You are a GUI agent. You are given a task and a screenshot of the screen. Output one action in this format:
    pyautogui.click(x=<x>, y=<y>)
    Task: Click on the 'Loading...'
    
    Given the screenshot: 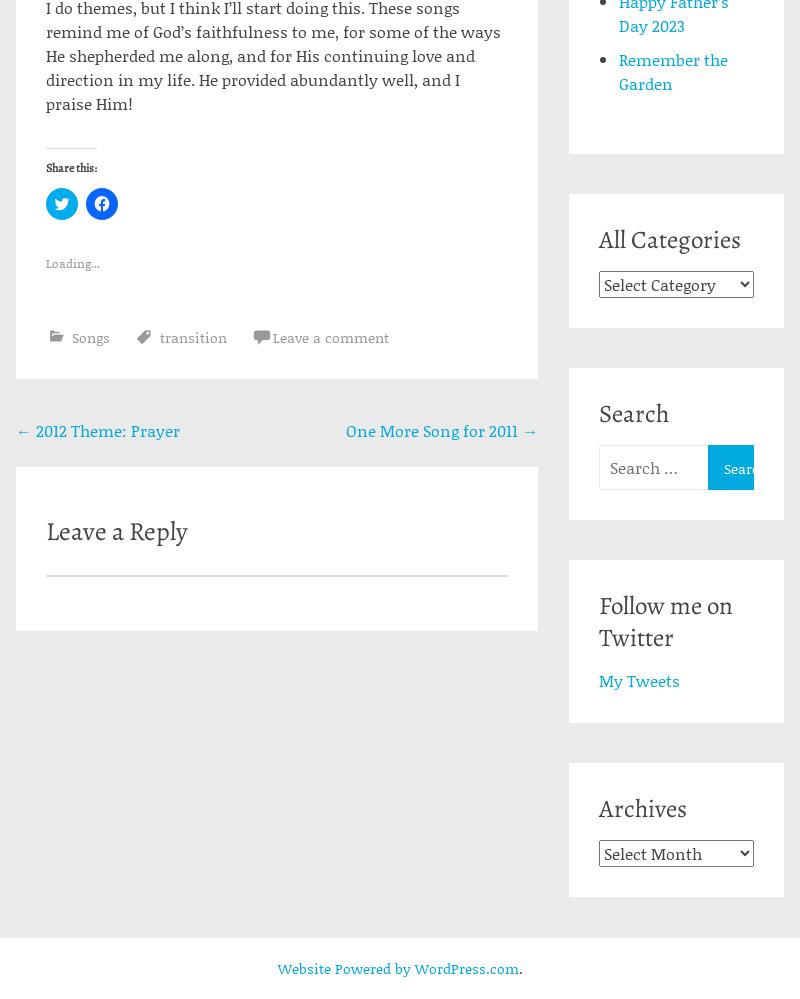 What is the action you would take?
    pyautogui.click(x=72, y=262)
    